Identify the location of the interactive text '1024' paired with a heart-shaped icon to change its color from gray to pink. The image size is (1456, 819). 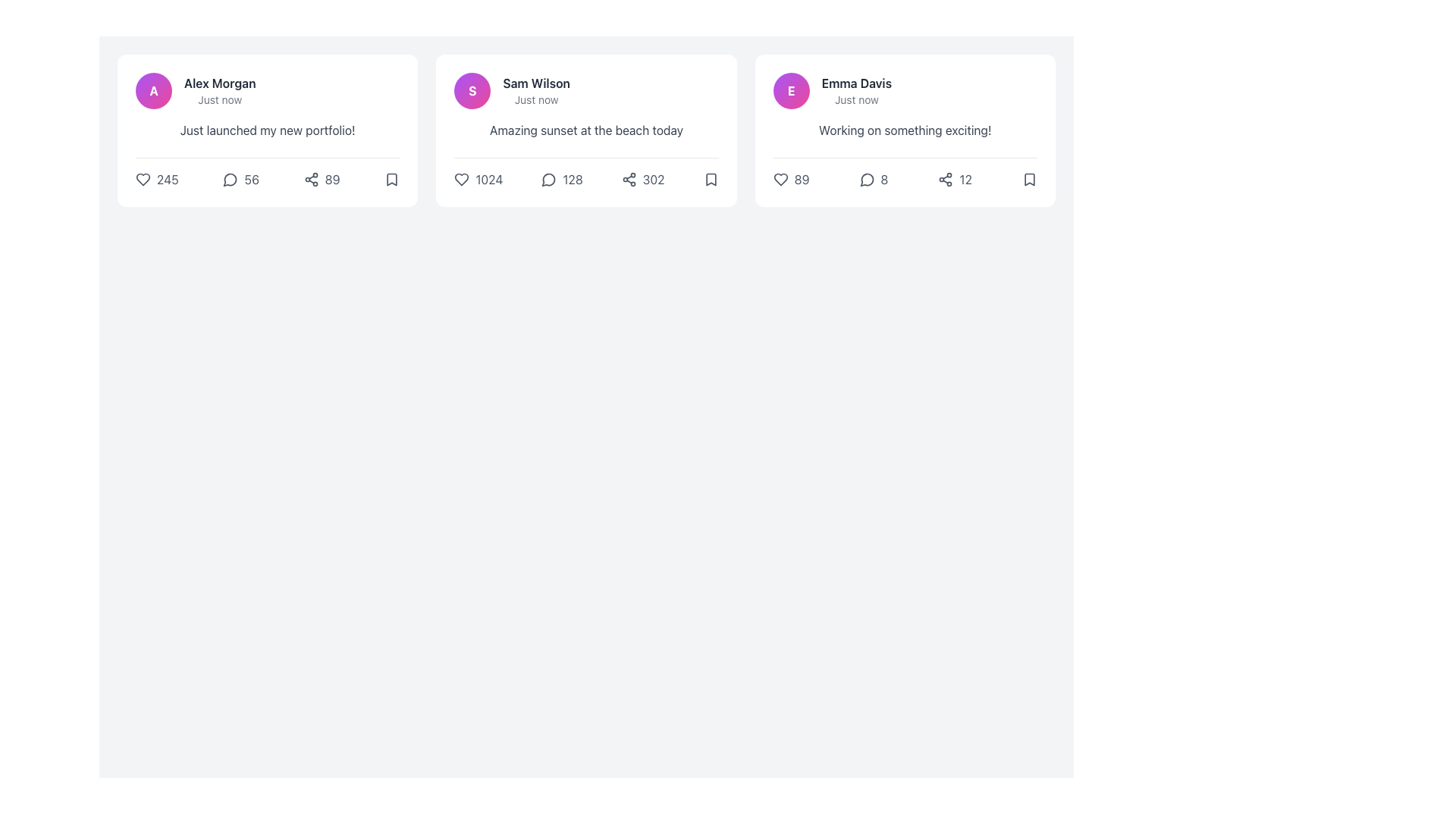
(478, 178).